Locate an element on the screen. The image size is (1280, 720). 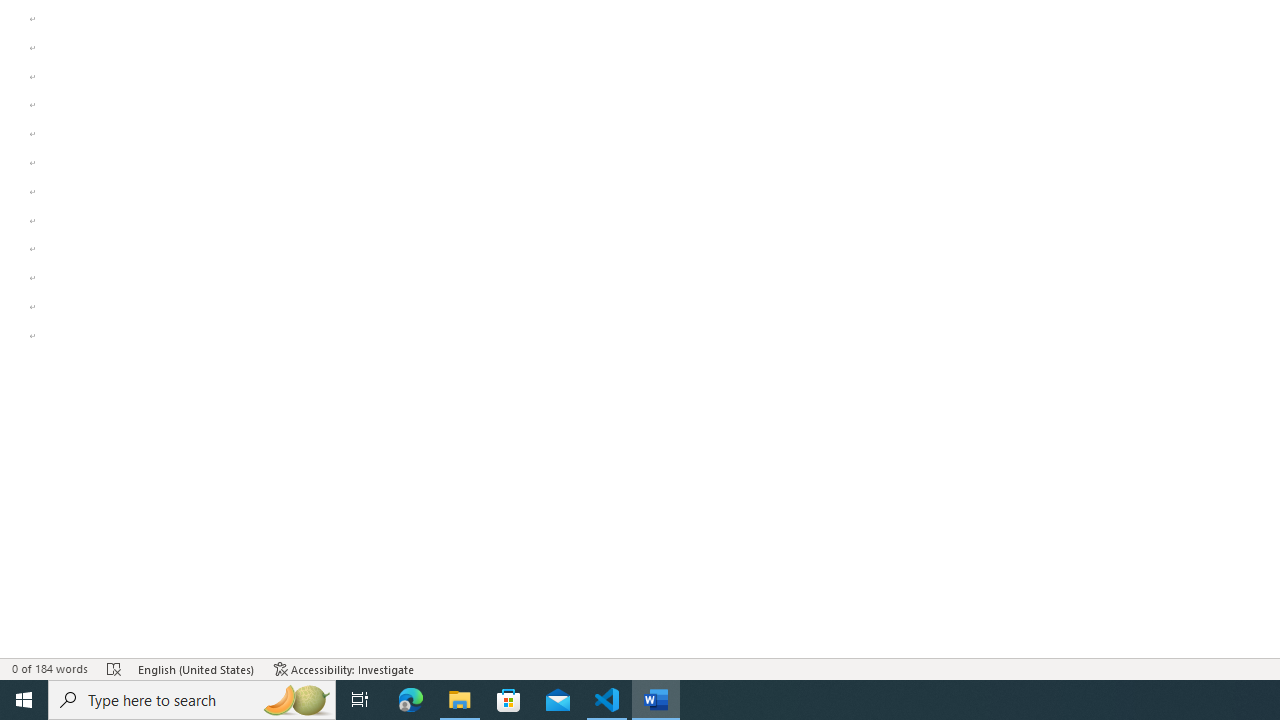
'Spelling and Grammar Check Errors' is located at coordinates (113, 669).